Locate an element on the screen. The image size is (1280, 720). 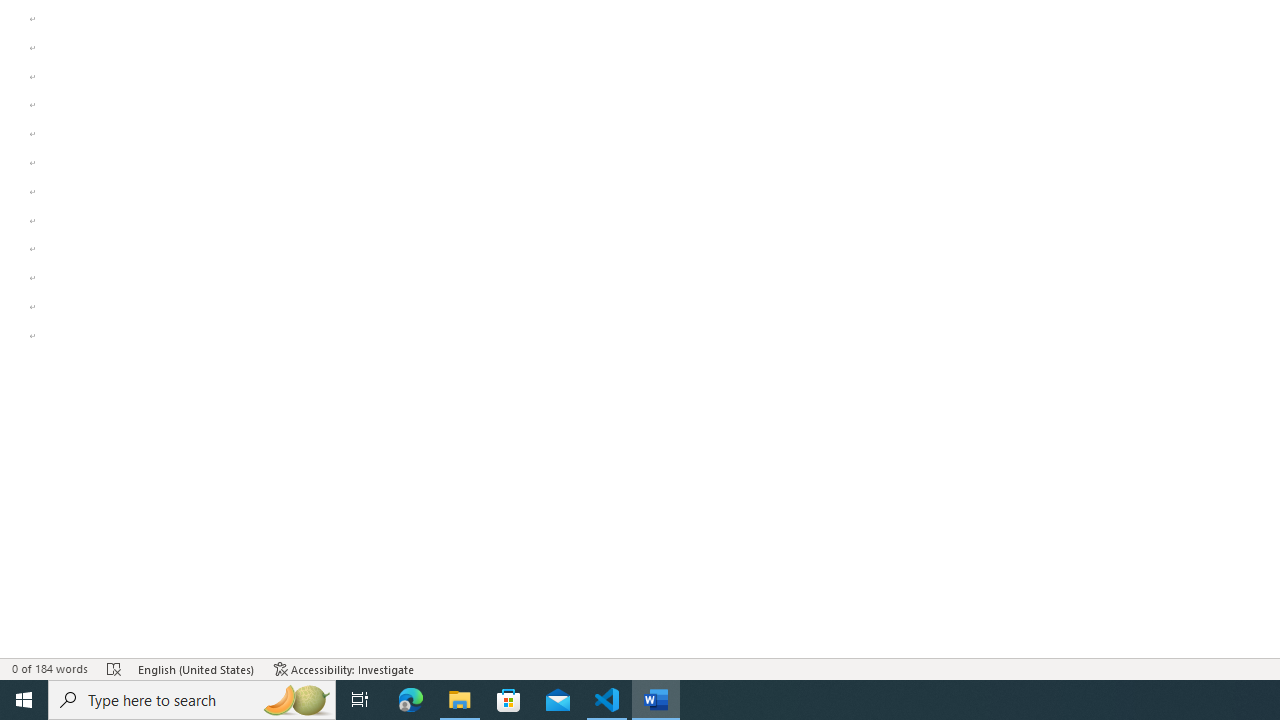
'Spelling and Grammar Check Errors' is located at coordinates (113, 669).